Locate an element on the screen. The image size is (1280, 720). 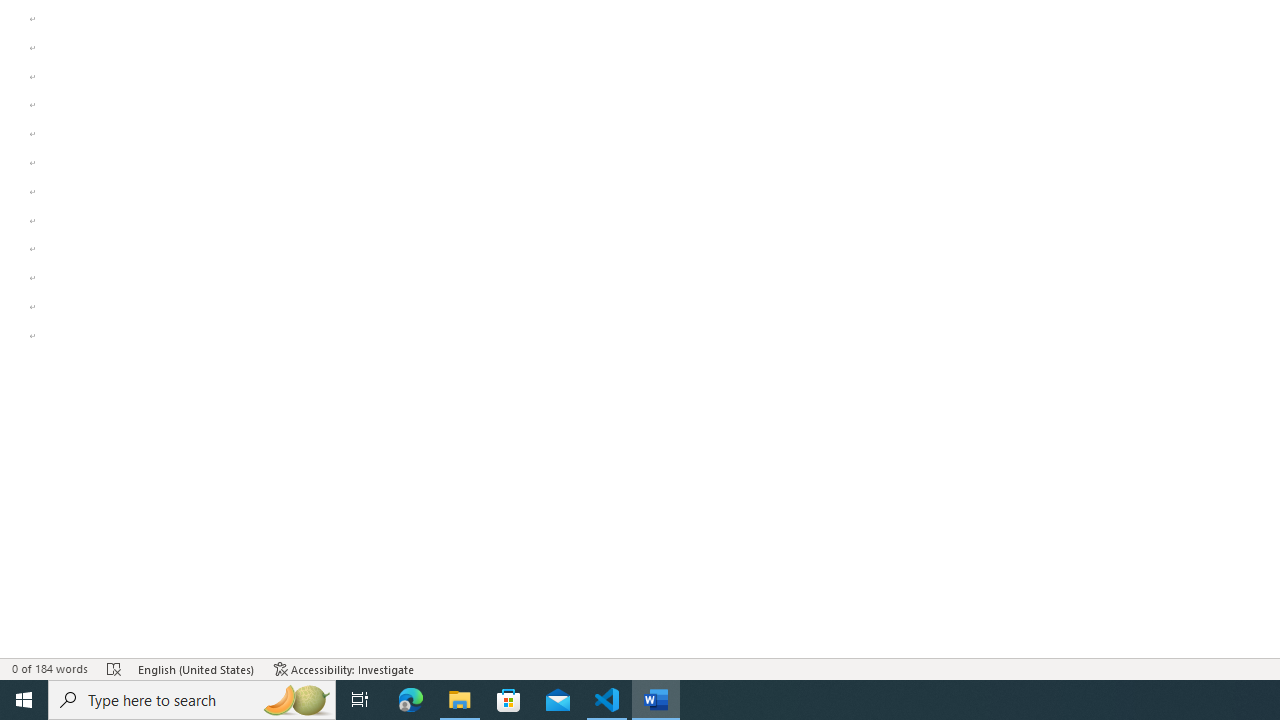
'Spelling and Grammar Check Errors' is located at coordinates (113, 669).